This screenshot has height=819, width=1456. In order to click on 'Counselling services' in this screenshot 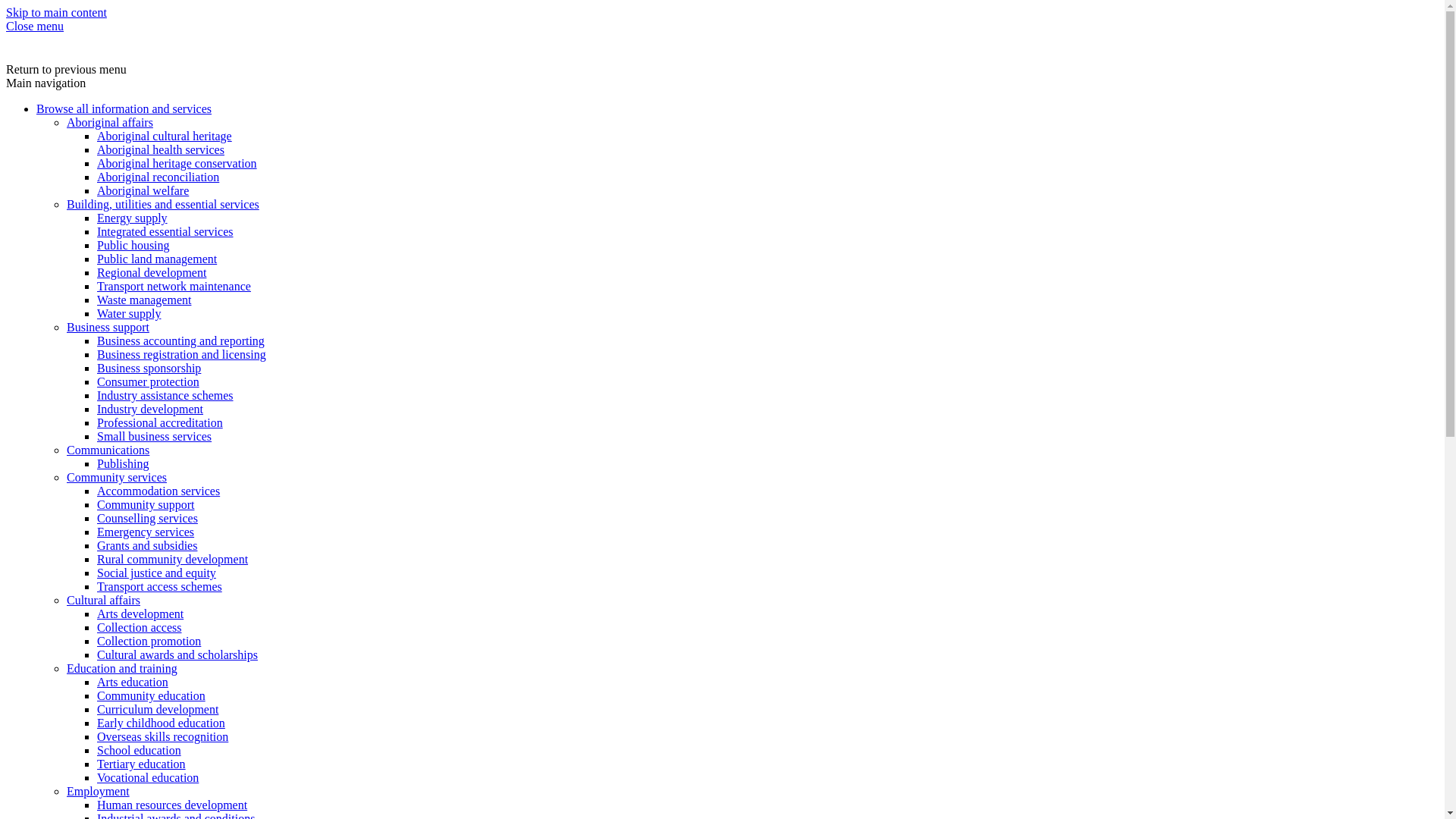, I will do `click(147, 517)`.